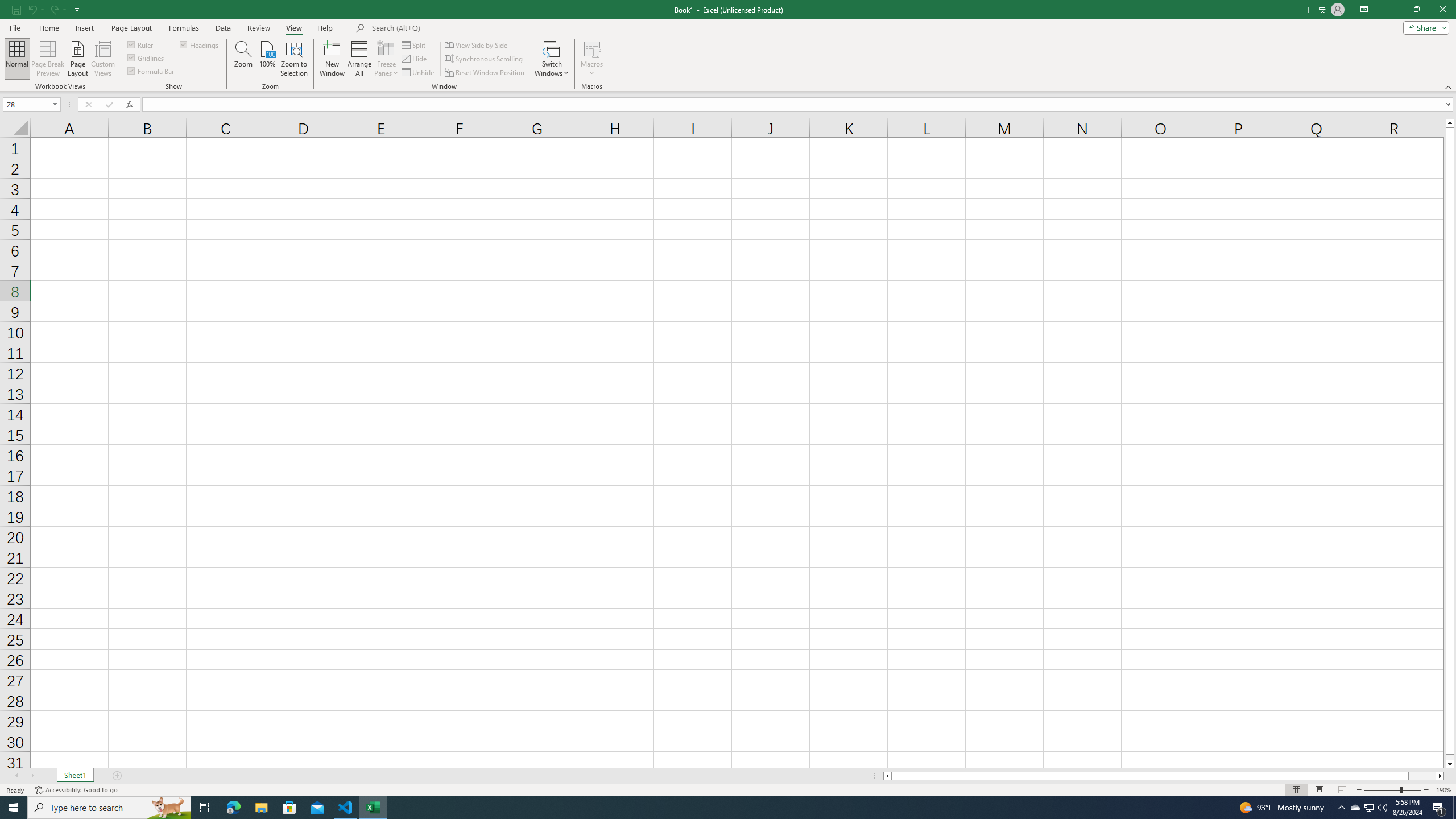 The width and height of the screenshot is (1456, 819). I want to click on 'Freeze Panes', so click(386, 59).